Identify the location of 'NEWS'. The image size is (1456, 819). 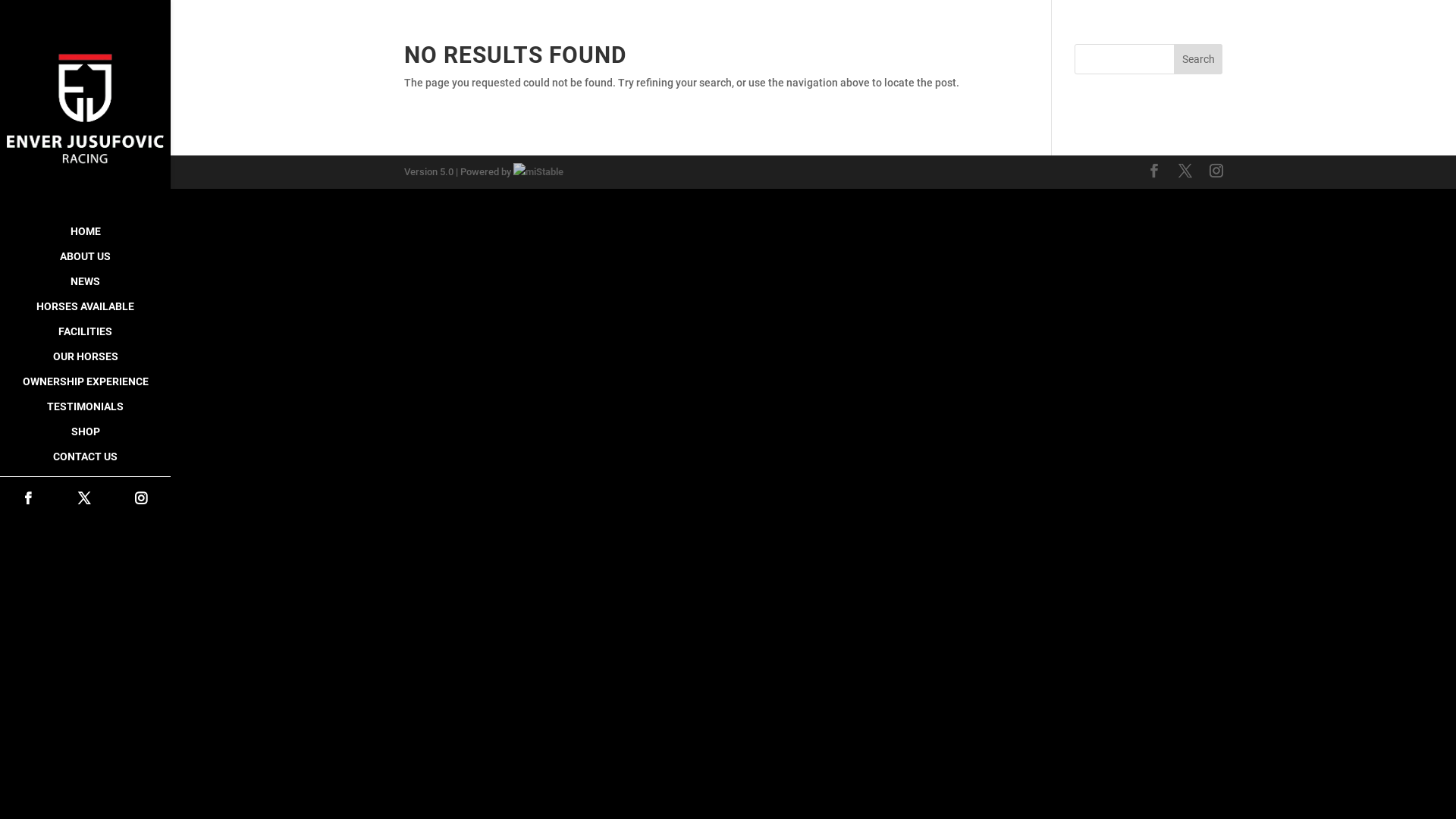
(84, 288).